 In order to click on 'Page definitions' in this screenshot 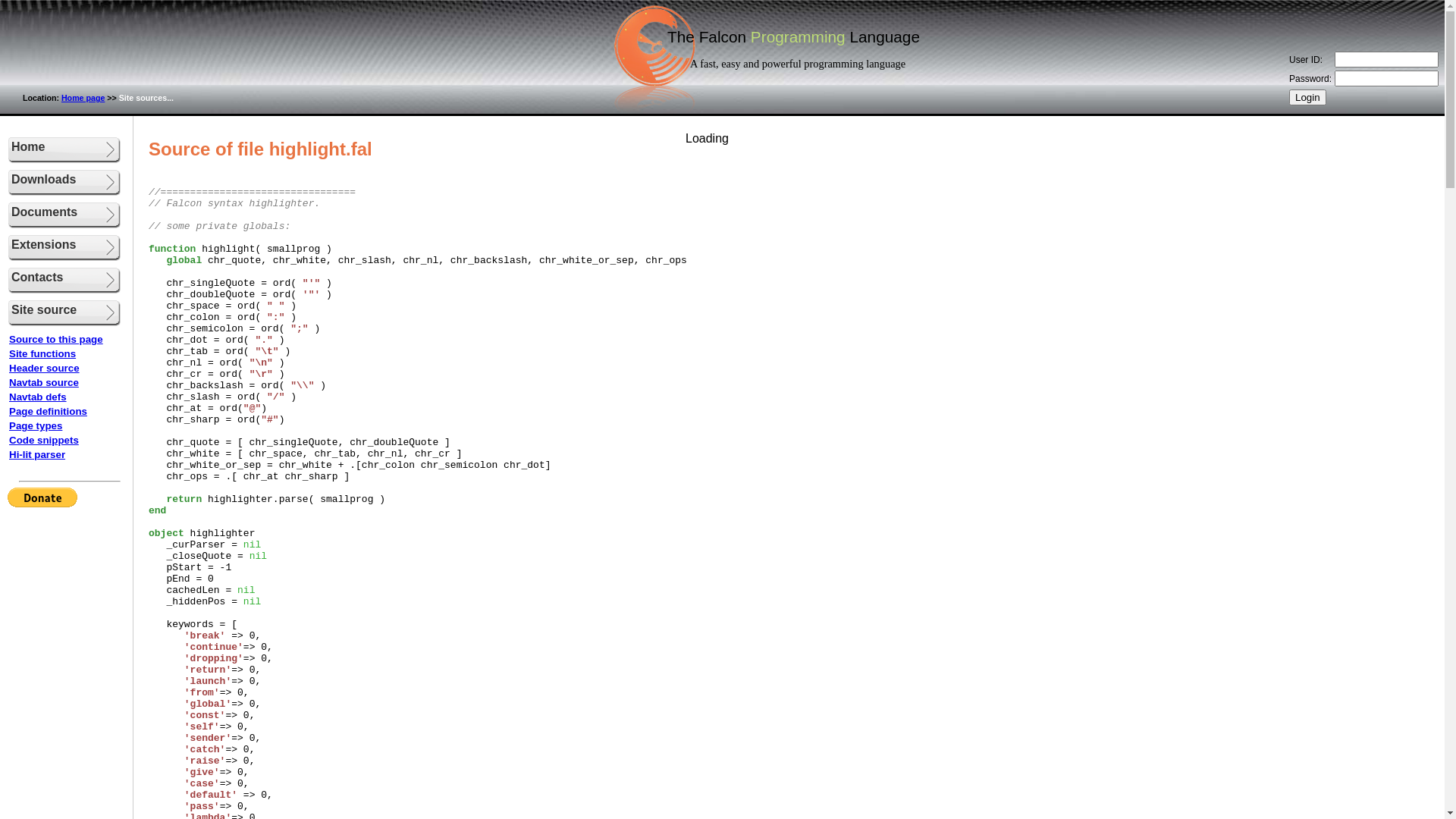, I will do `click(48, 411)`.